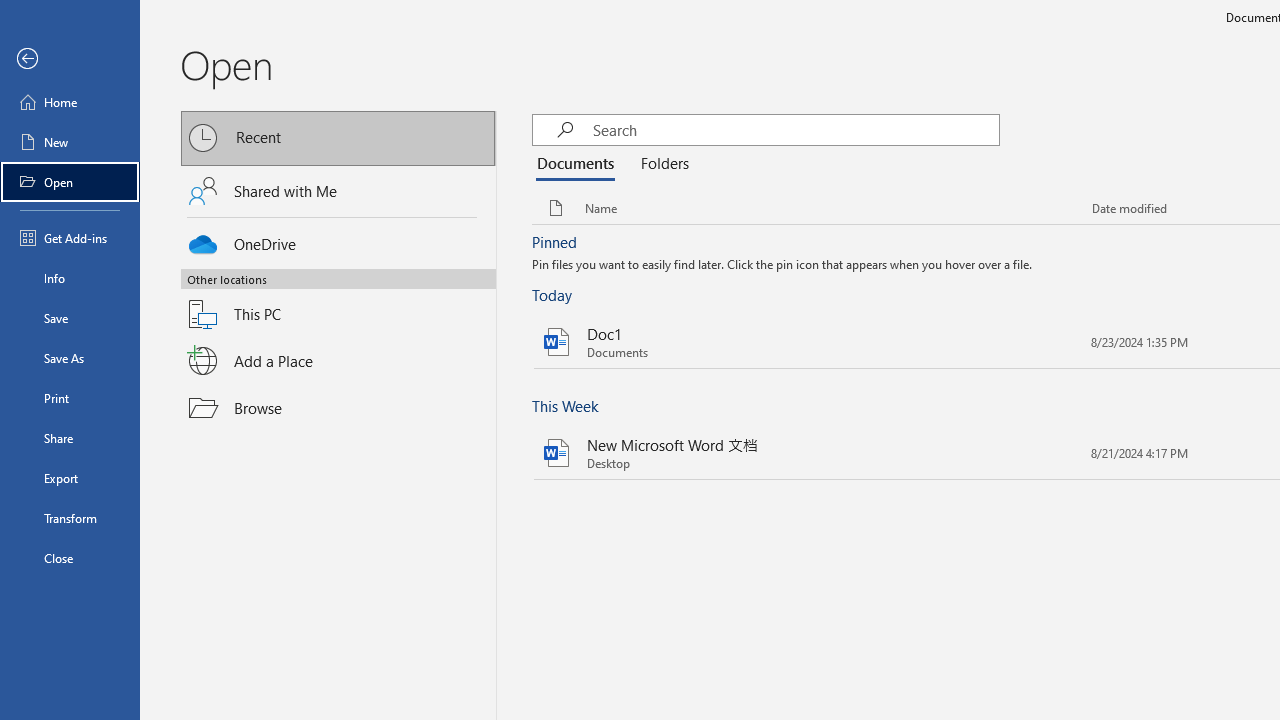 The image size is (1280, 720). Describe the element at coordinates (69, 236) in the screenshot. I see `'Get Add-ins'` at that location.